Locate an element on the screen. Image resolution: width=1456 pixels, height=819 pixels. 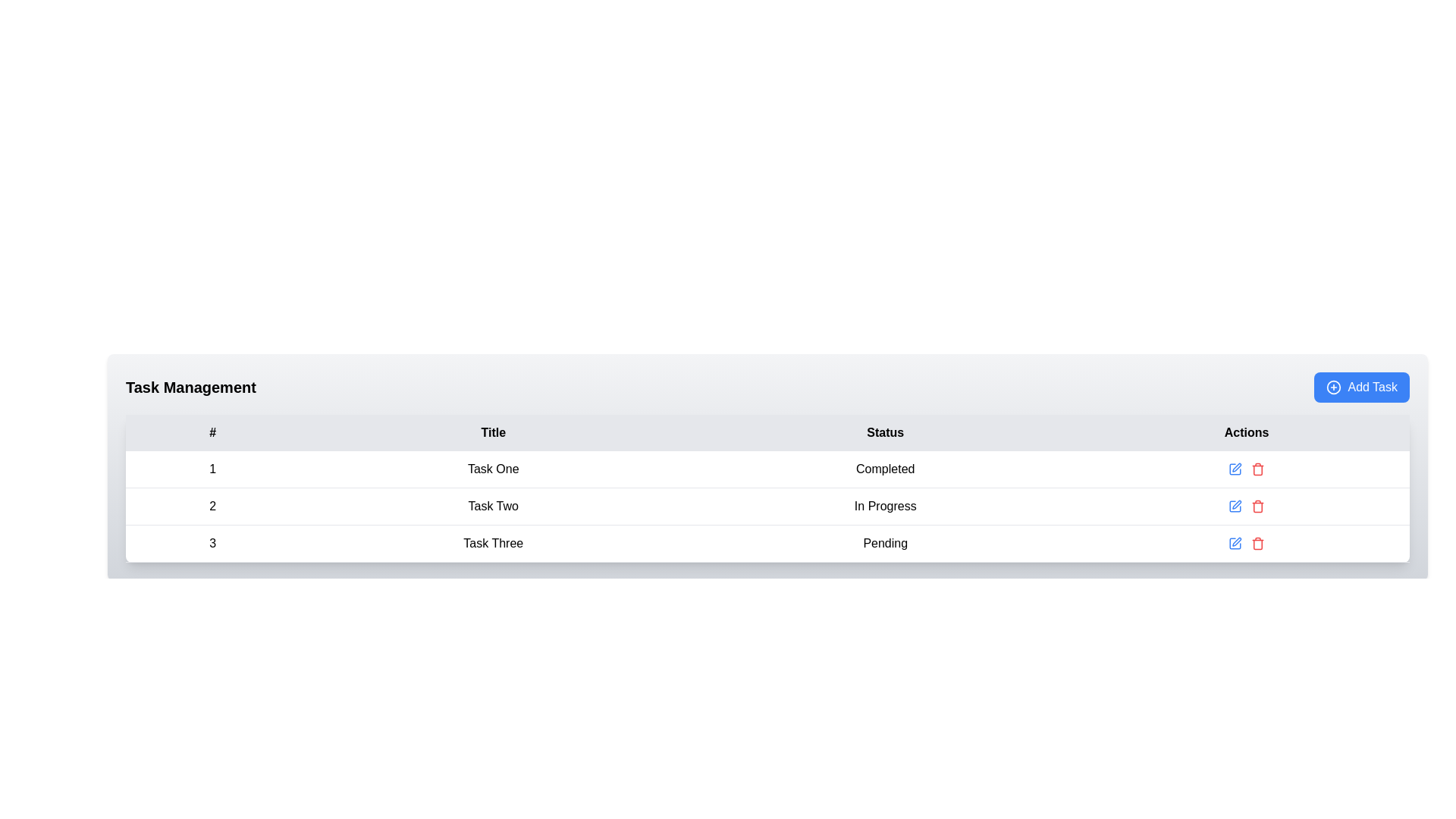
the Icon button located in the 'Actions' column of the third row in the table is located at coordinates (1235, 543).